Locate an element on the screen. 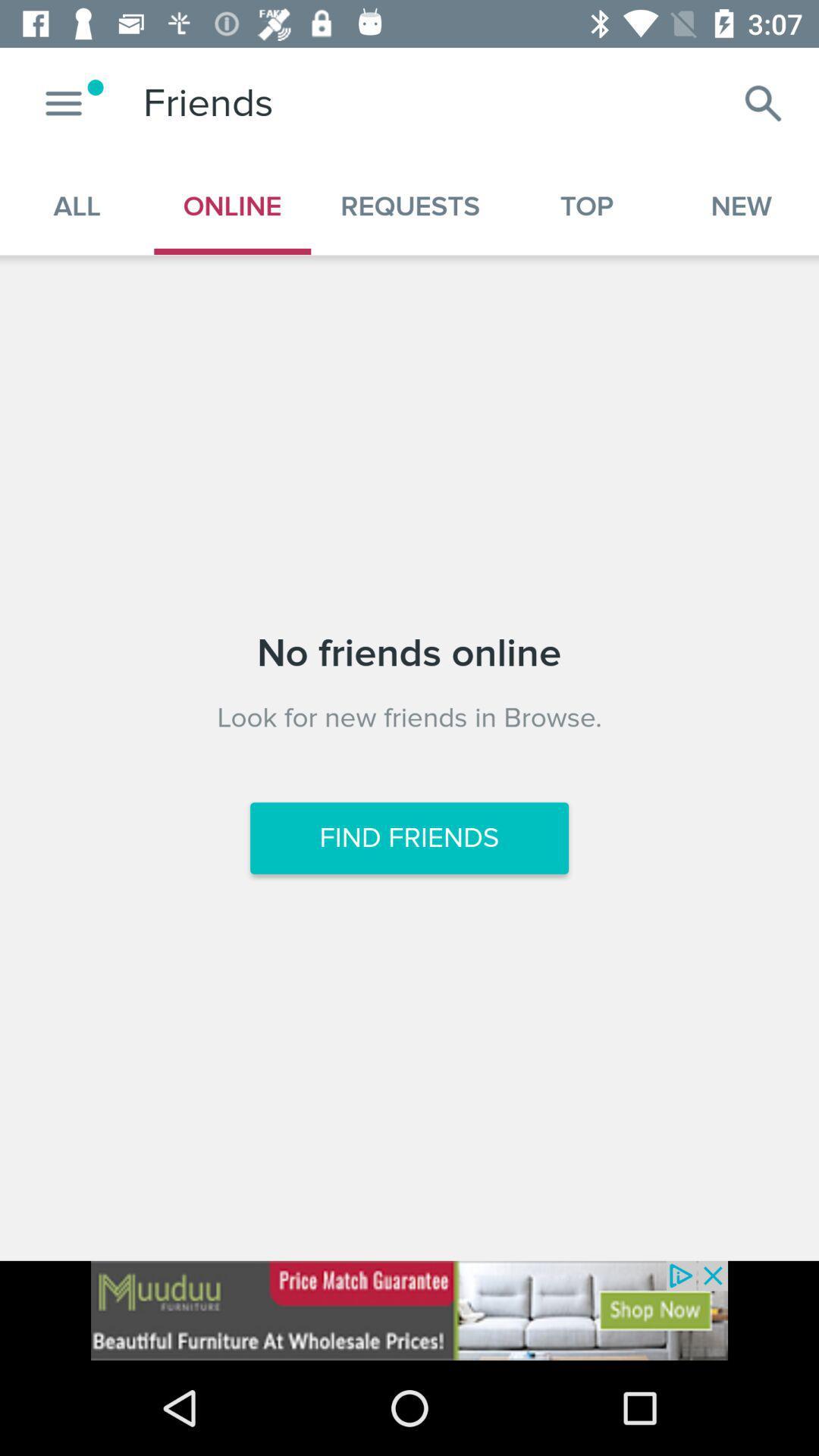 This screenshot has height=1456, width=819. click the advertisement at bottom is located at coordinates (409, 1310).